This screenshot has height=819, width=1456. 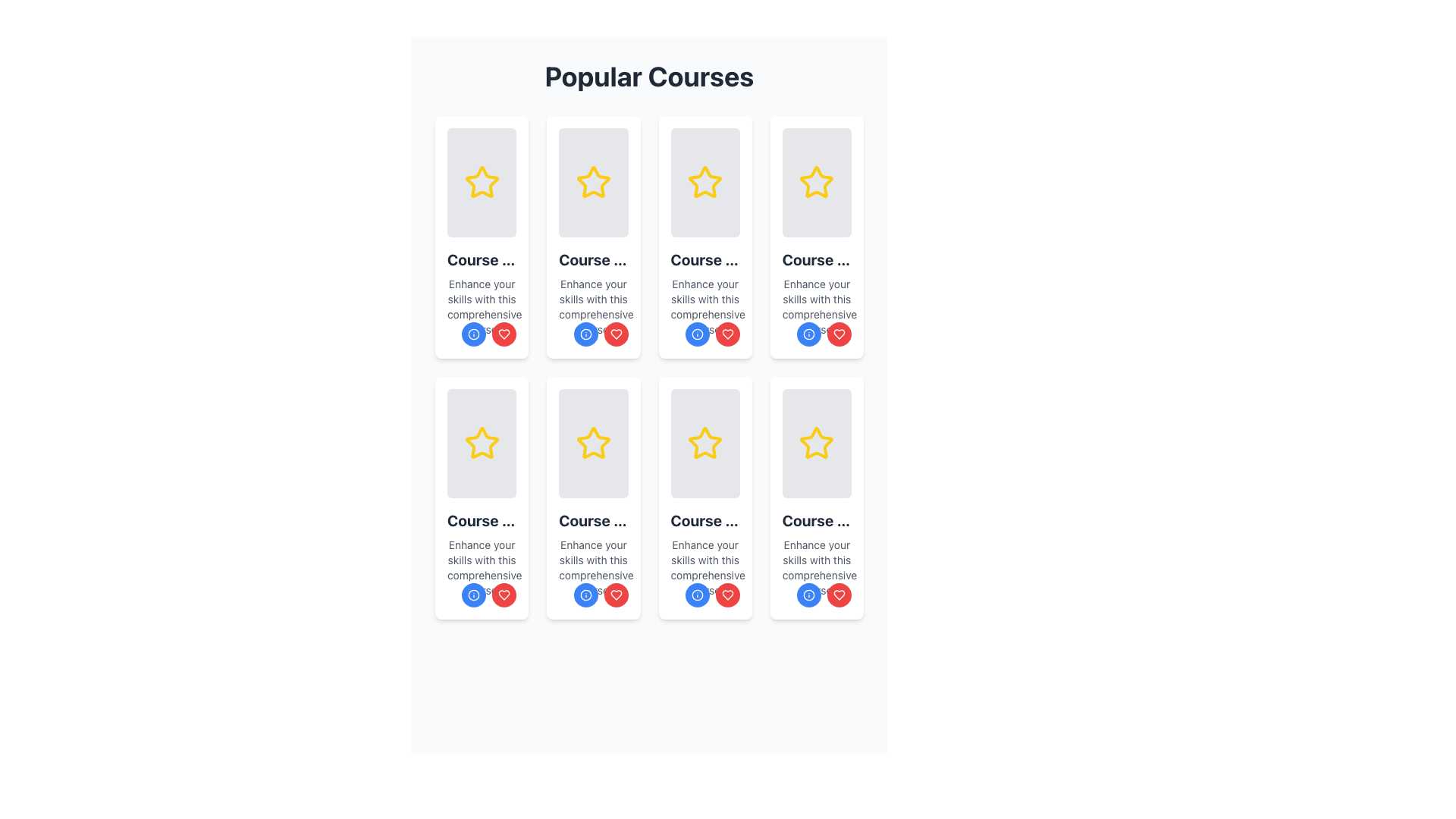 What do you see at coordinates (816, 444) in the screenshot?
I see `the interactive favorite or rating icon located at the top-center part of the card in the fourth row and fourth column of the grid layout` at bounding box center [816, 444].